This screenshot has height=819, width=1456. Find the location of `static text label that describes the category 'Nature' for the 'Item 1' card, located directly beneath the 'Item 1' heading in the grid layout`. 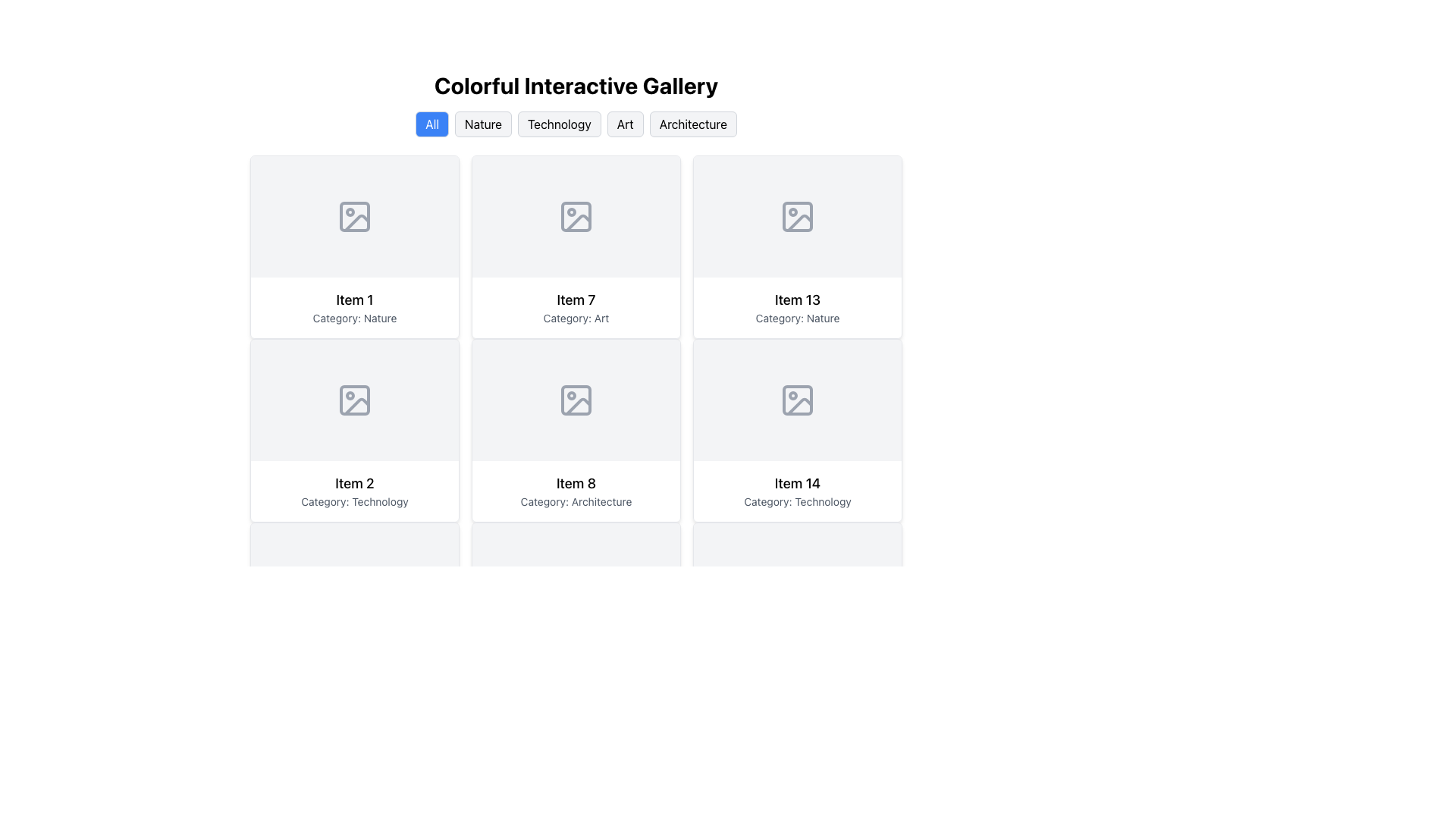

static text label that describes the category 'Nature' for the 'Item 1' card, located directly beneath the 'Item 1' heading in the grid layout is located at coordinates (353, 318).